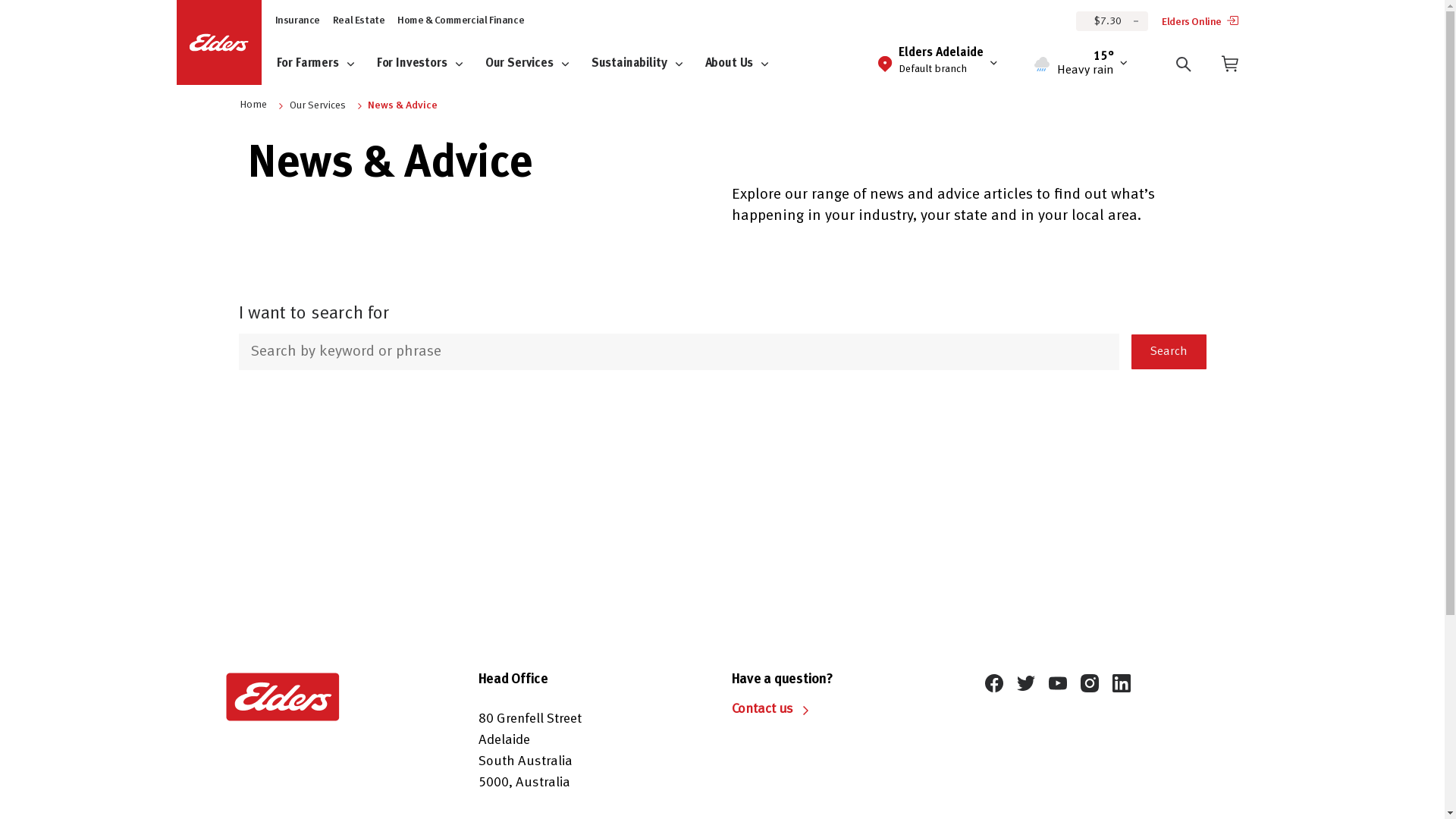 Image resolution: width=1456 pixels, height=819 pixels. What do you see at coordinates (1168, 351) in the screenshot?
I see `'Search'` at bounding box center [1168, 351].